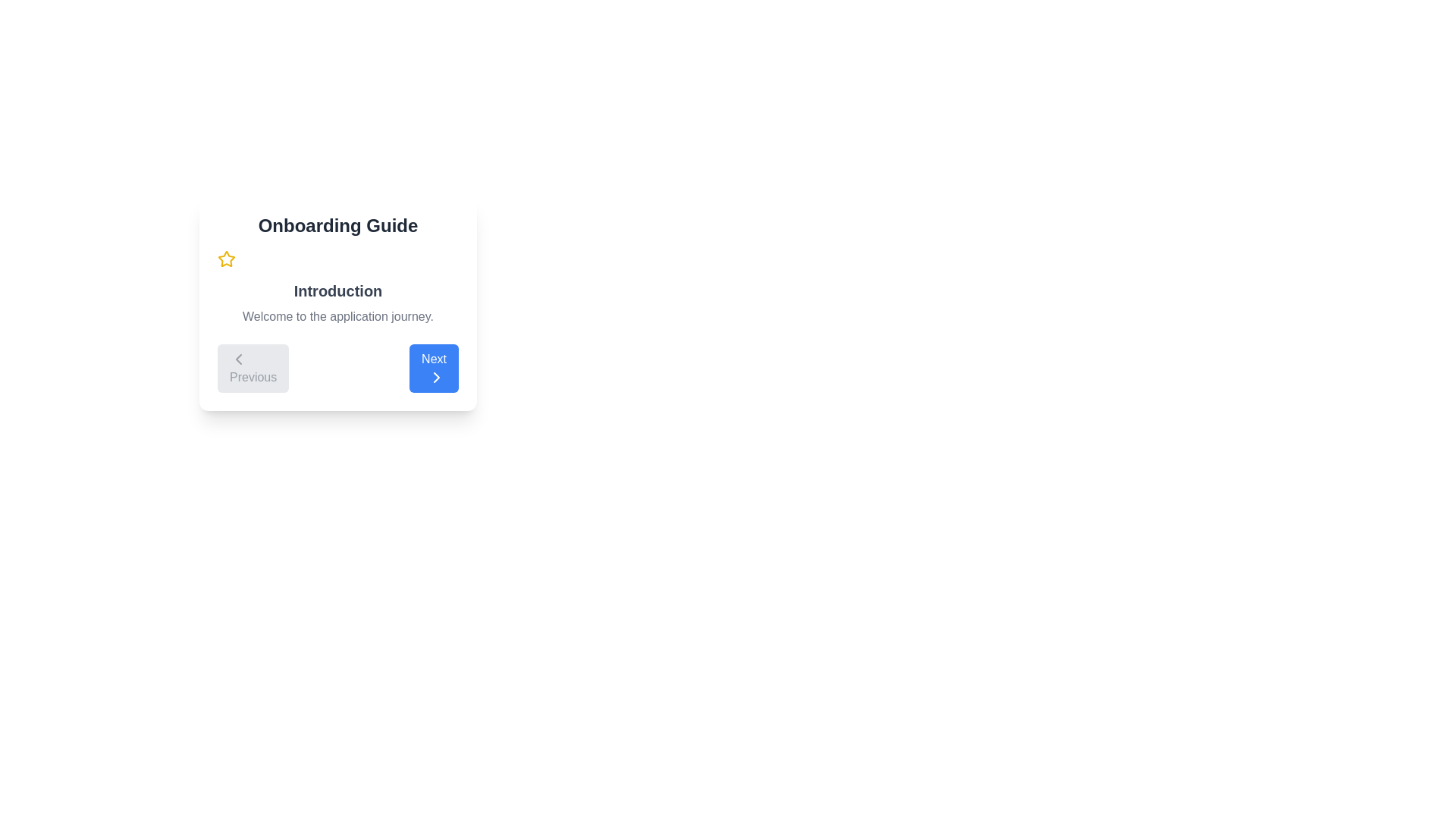  Describe the element at coordinates (238, 359) in the screenshot. I see `the leftward-pointing arrow icon, which is a minimalist gray chevron located to the left of the 'Previous' button in the 'Onboarding Guide' panel` at that location.